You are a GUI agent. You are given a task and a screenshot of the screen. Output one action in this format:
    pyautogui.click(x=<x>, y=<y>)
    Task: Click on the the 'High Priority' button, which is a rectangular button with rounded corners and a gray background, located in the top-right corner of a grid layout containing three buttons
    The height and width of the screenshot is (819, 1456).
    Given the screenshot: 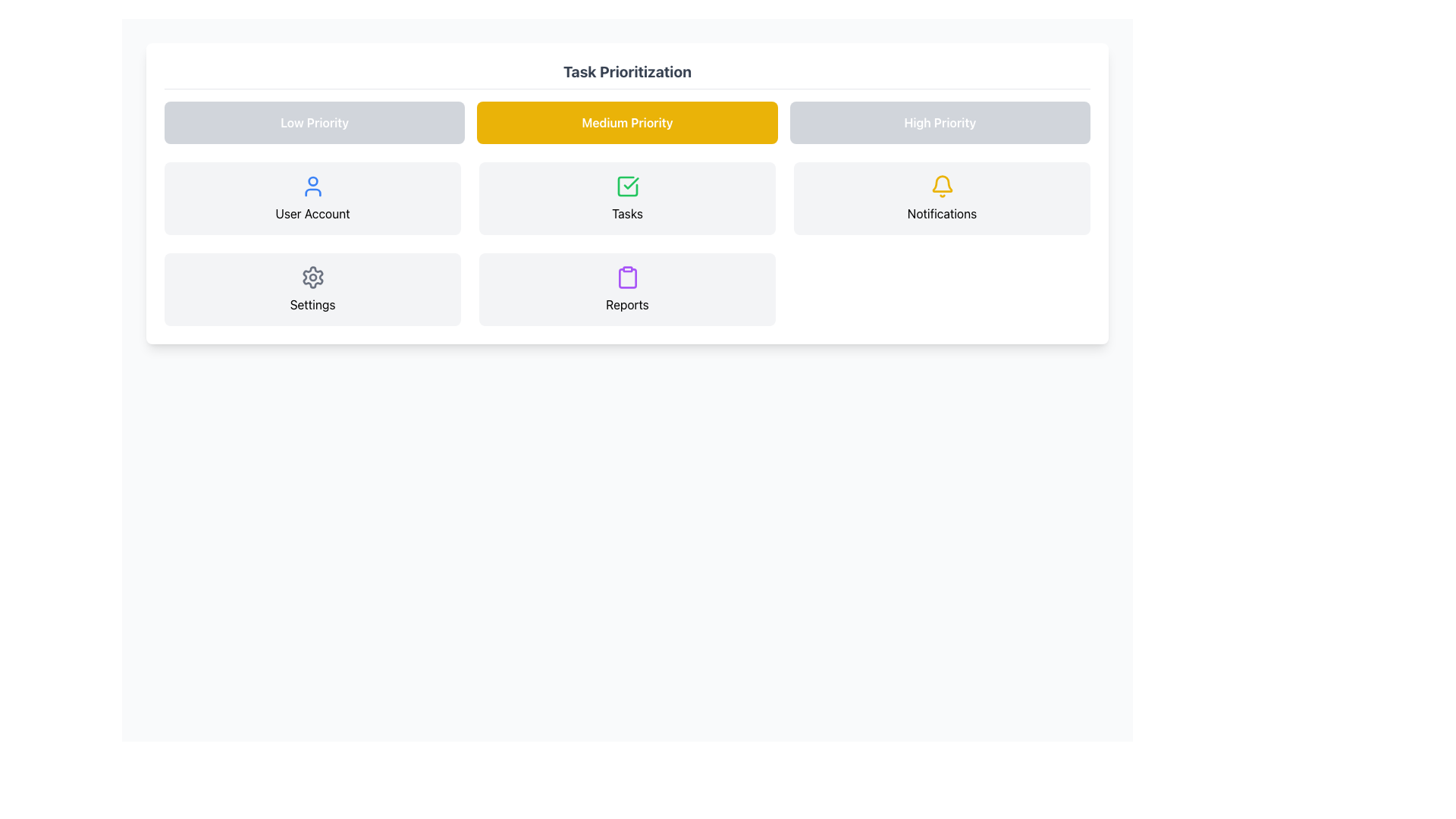 What is the action you would take?
    pyautogui.click(x=939, y=122)
    